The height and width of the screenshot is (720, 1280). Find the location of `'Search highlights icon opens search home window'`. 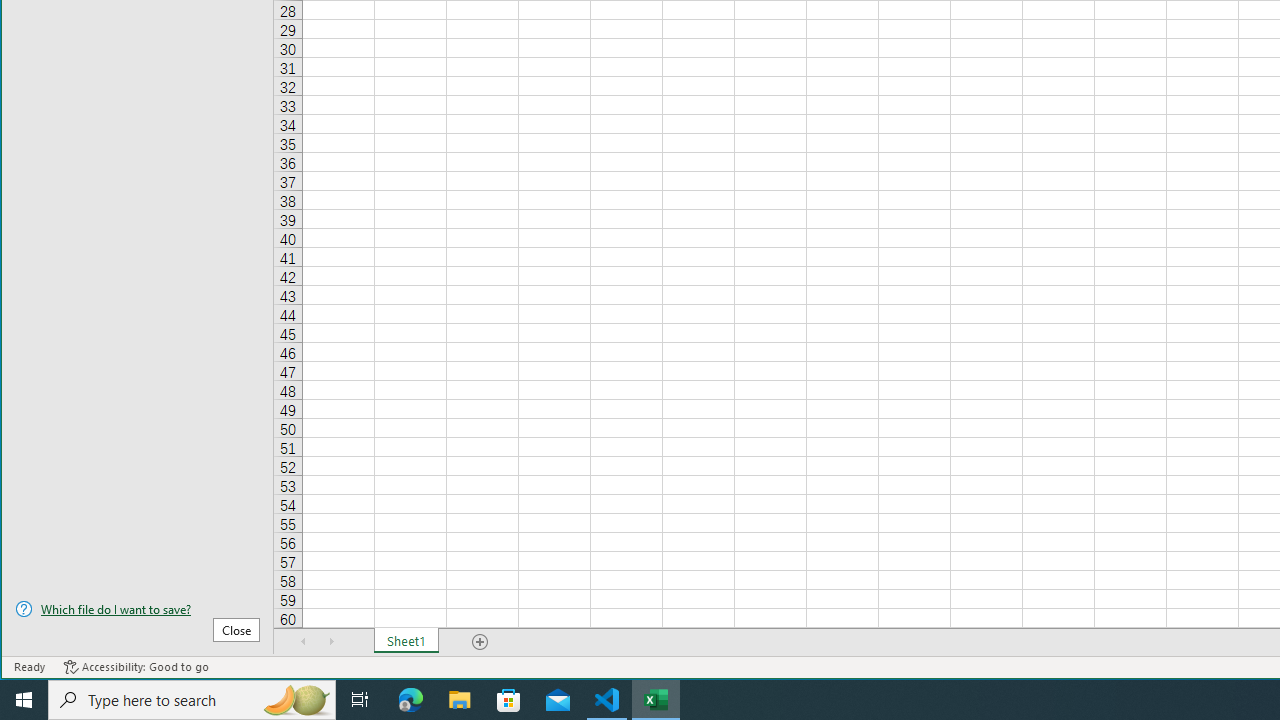

'Search highlights icon opens search home window' is located at coordinates (294, 698).